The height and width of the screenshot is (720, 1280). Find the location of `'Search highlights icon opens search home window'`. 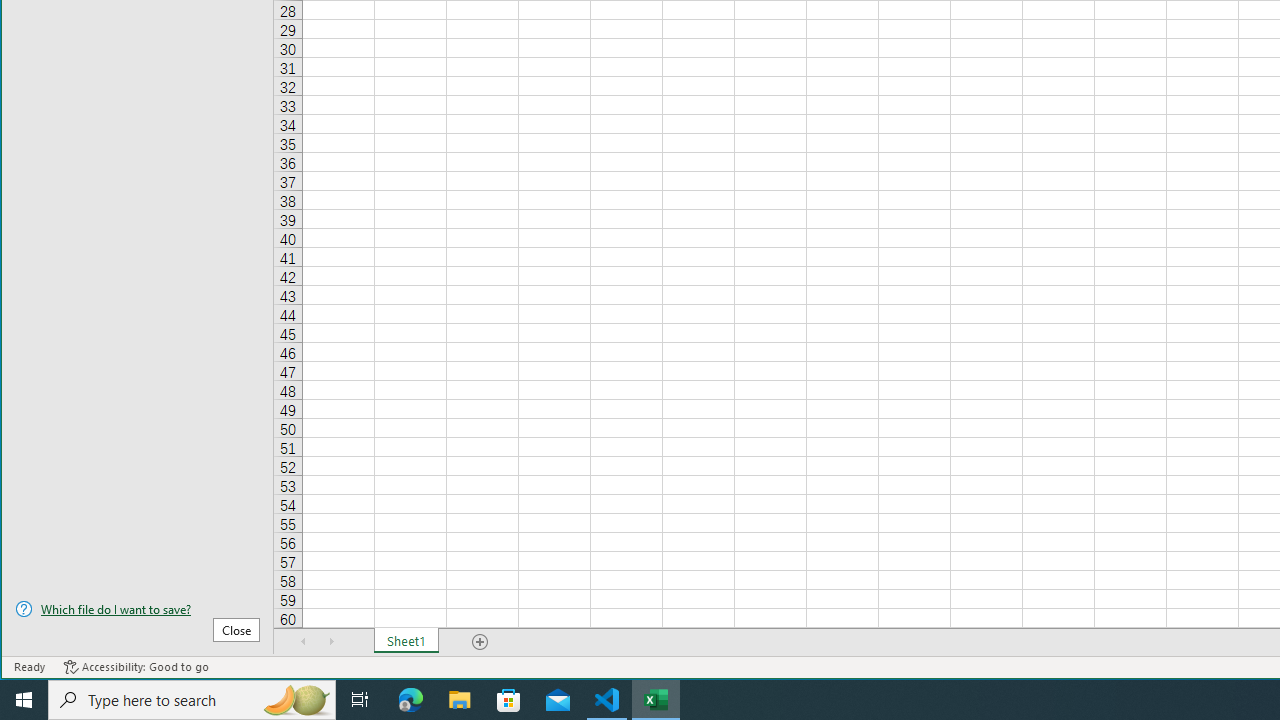

'Search highlights icon opens search home window' is located at coordinates (294, 698).